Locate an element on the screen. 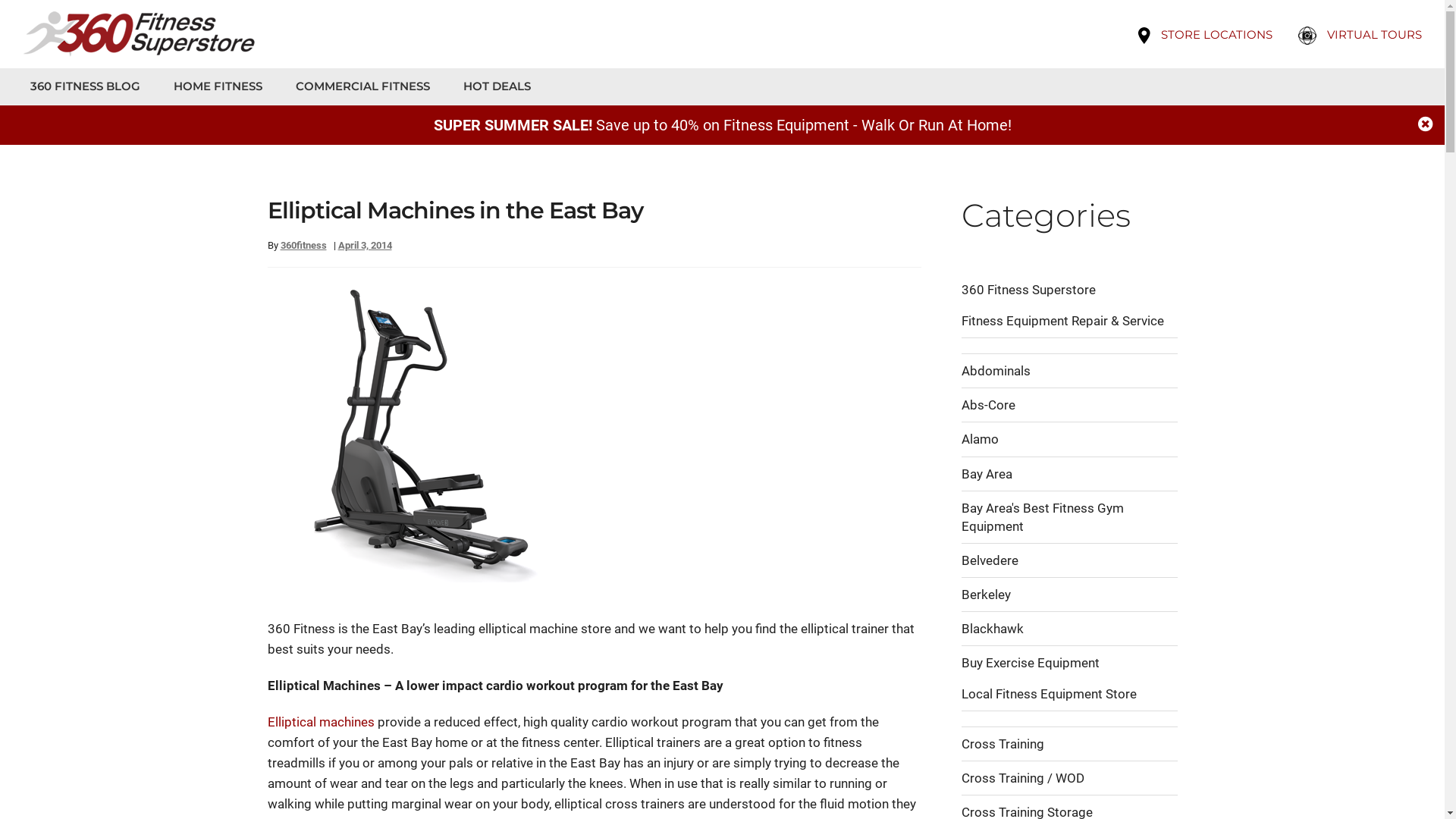 This screenshot has height=819, width=1456. 'Bay Area's Best Fitness Gym Equipment' is located at coordinates (1041, 516).